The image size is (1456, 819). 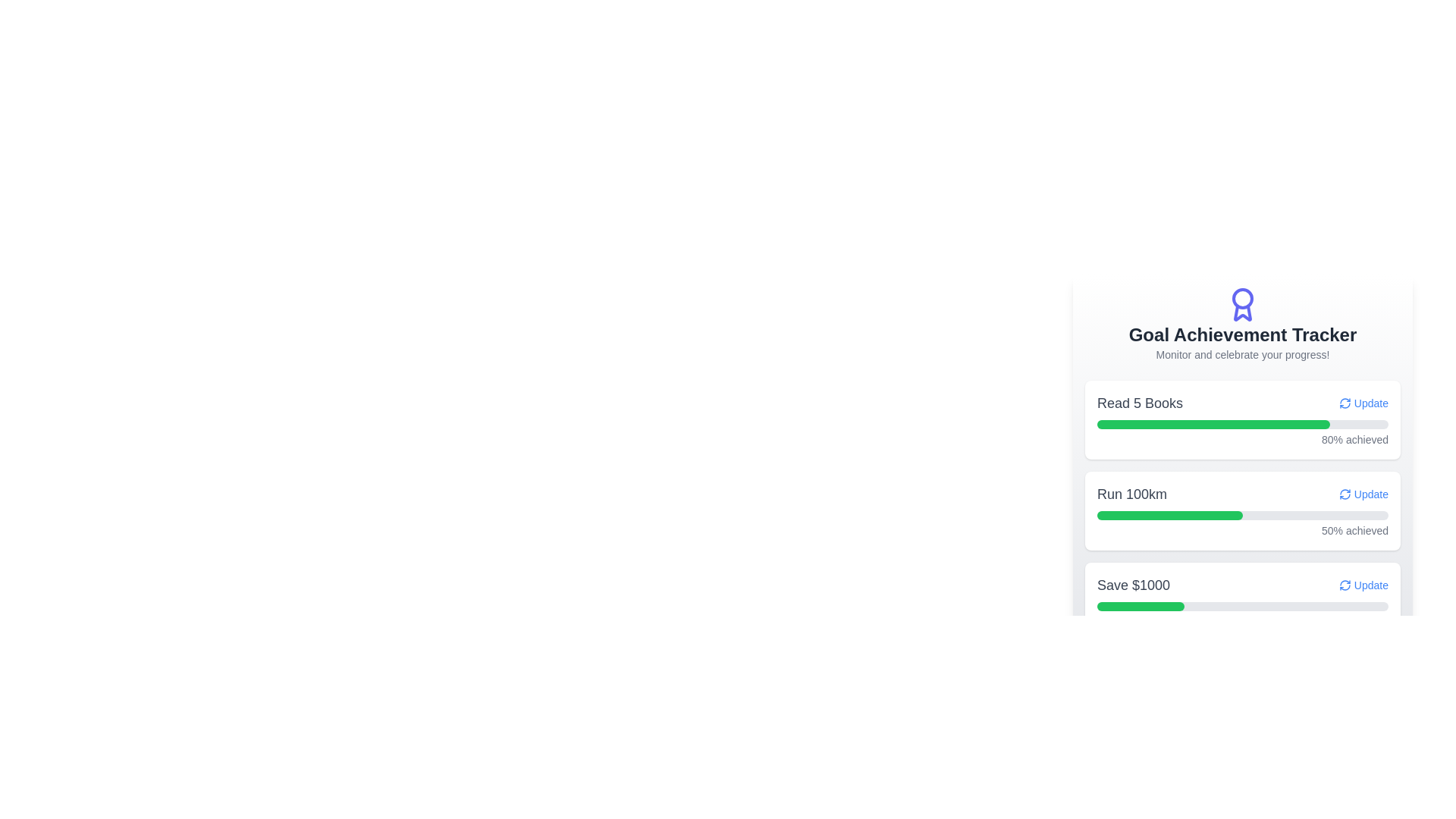 I want to click on the static text element that states 'Monitor and celebrate your progress!', which is located beneath the 'Goal Achievement Tracker' title, so click(x=1242, y=354).